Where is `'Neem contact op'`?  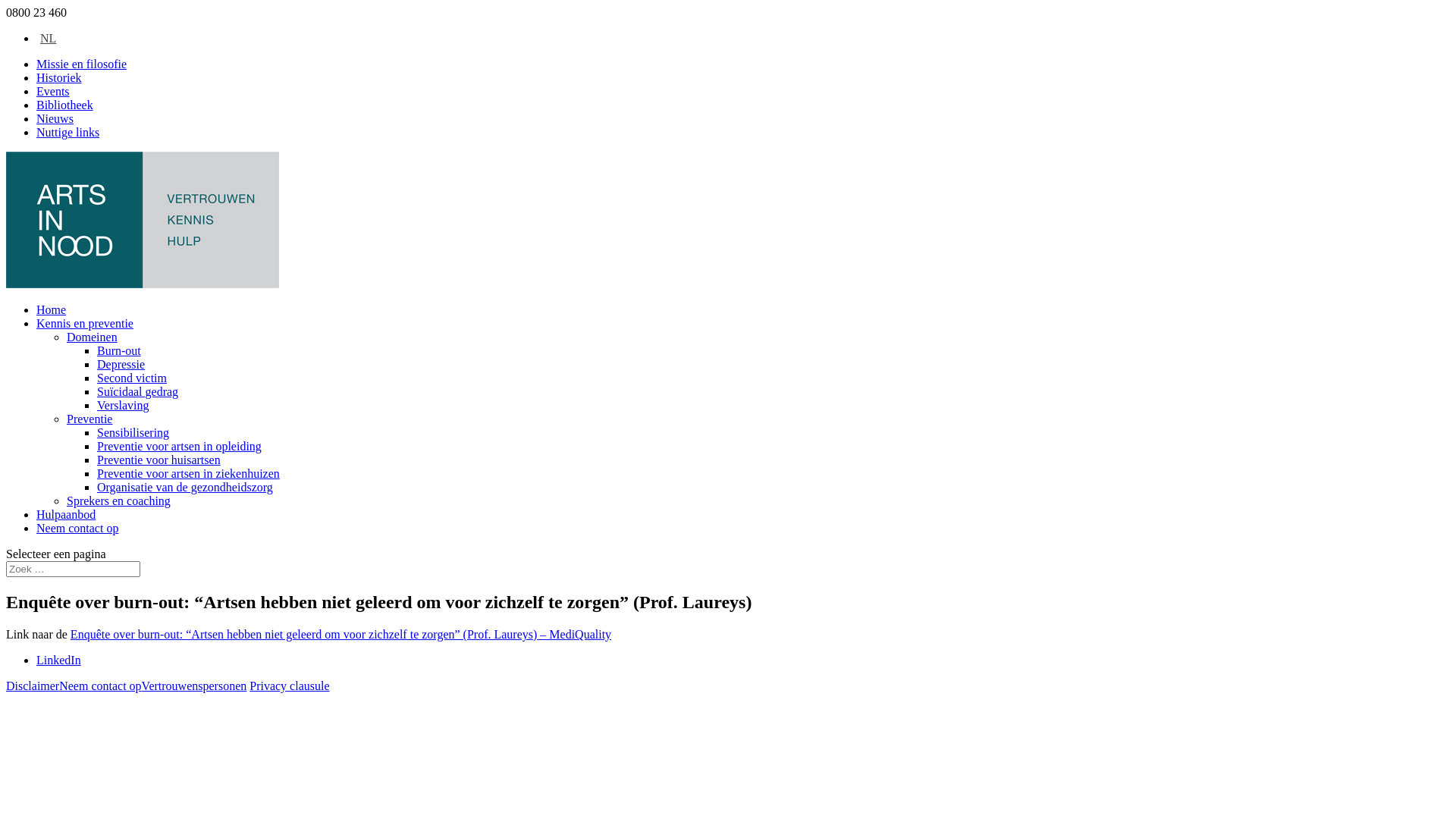
'Neem contact op' is located at coordinates (99, 686).